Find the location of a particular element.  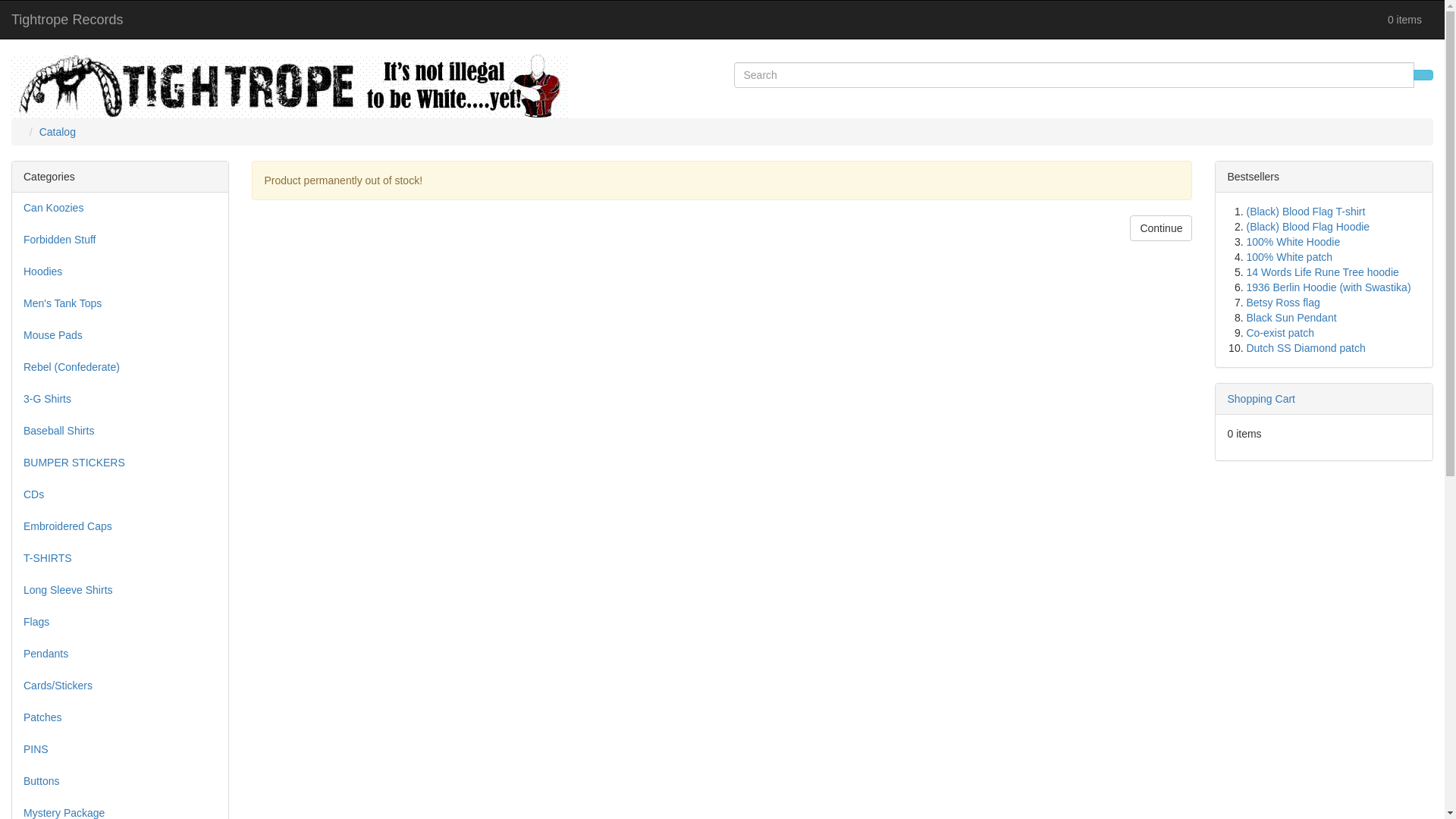

'Rebel (Confederate)' is located at coordinates (119, 366).